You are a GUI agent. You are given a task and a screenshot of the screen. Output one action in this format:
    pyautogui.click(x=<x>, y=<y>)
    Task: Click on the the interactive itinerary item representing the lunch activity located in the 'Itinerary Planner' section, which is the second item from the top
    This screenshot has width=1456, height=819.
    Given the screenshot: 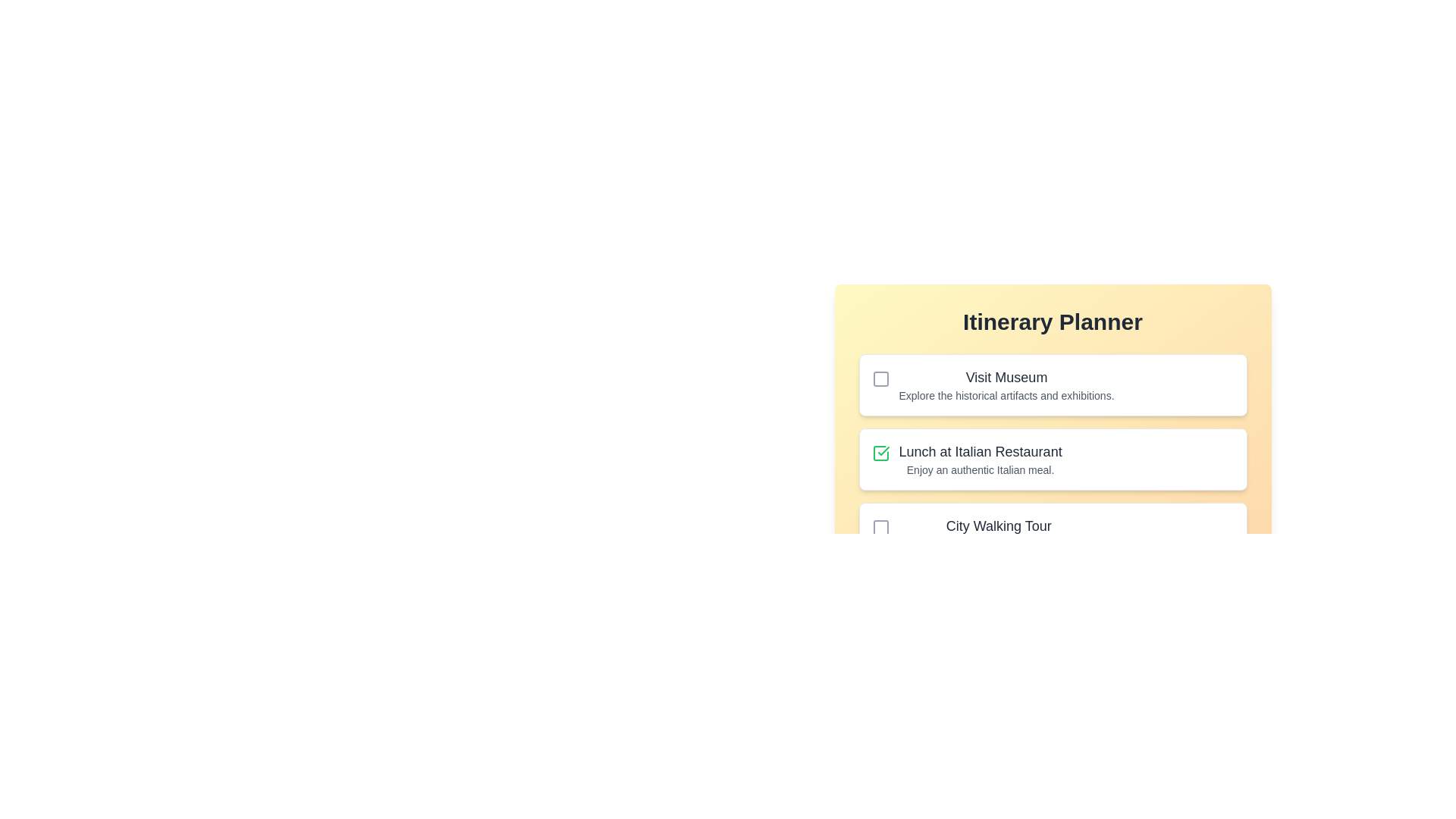 What is the action you would take?
    pyautogui.click(x=1052, y=458)
    